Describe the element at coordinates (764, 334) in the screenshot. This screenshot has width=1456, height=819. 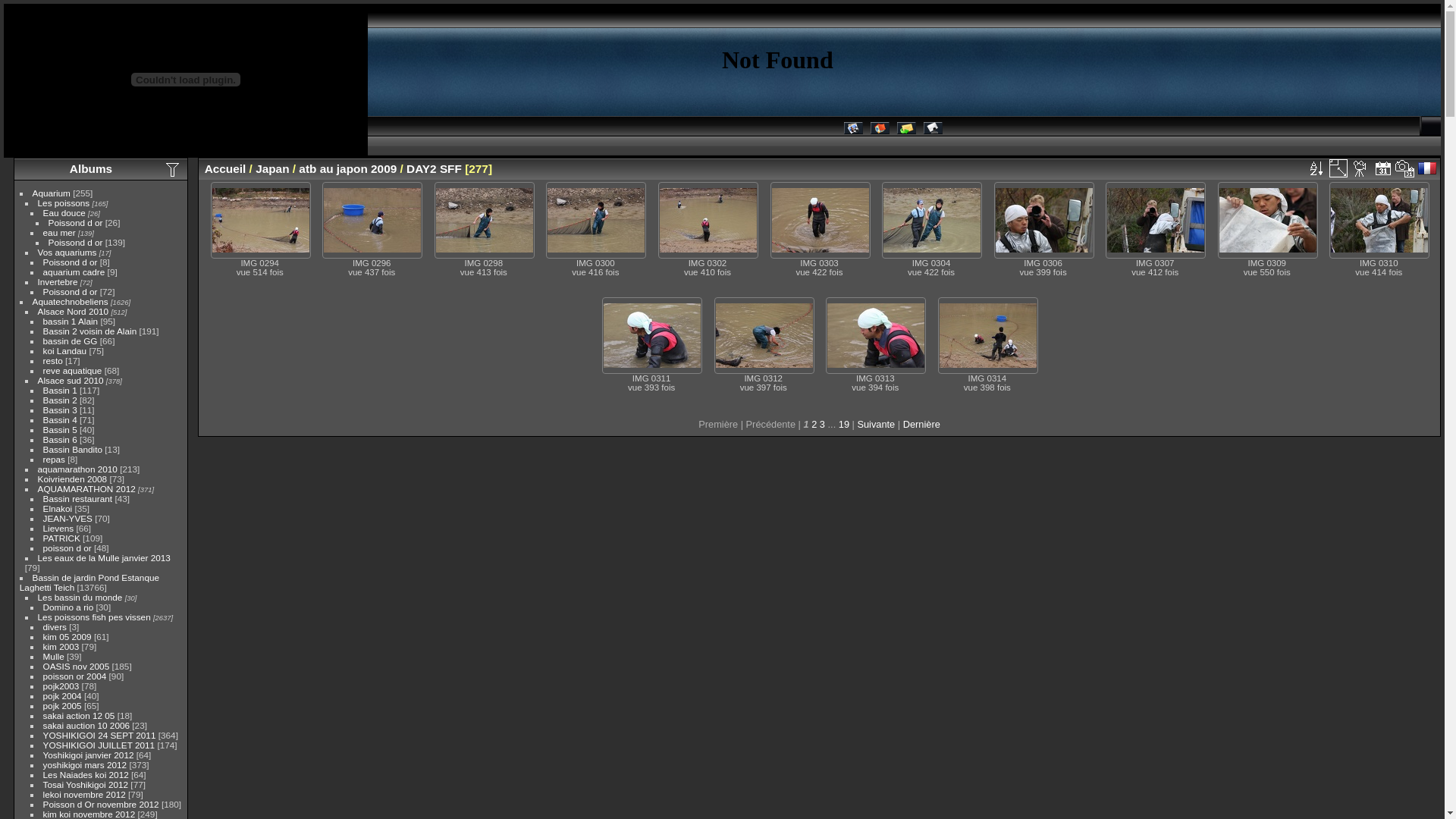
I see `'IMG 0312 (397 visites)'` at that location.